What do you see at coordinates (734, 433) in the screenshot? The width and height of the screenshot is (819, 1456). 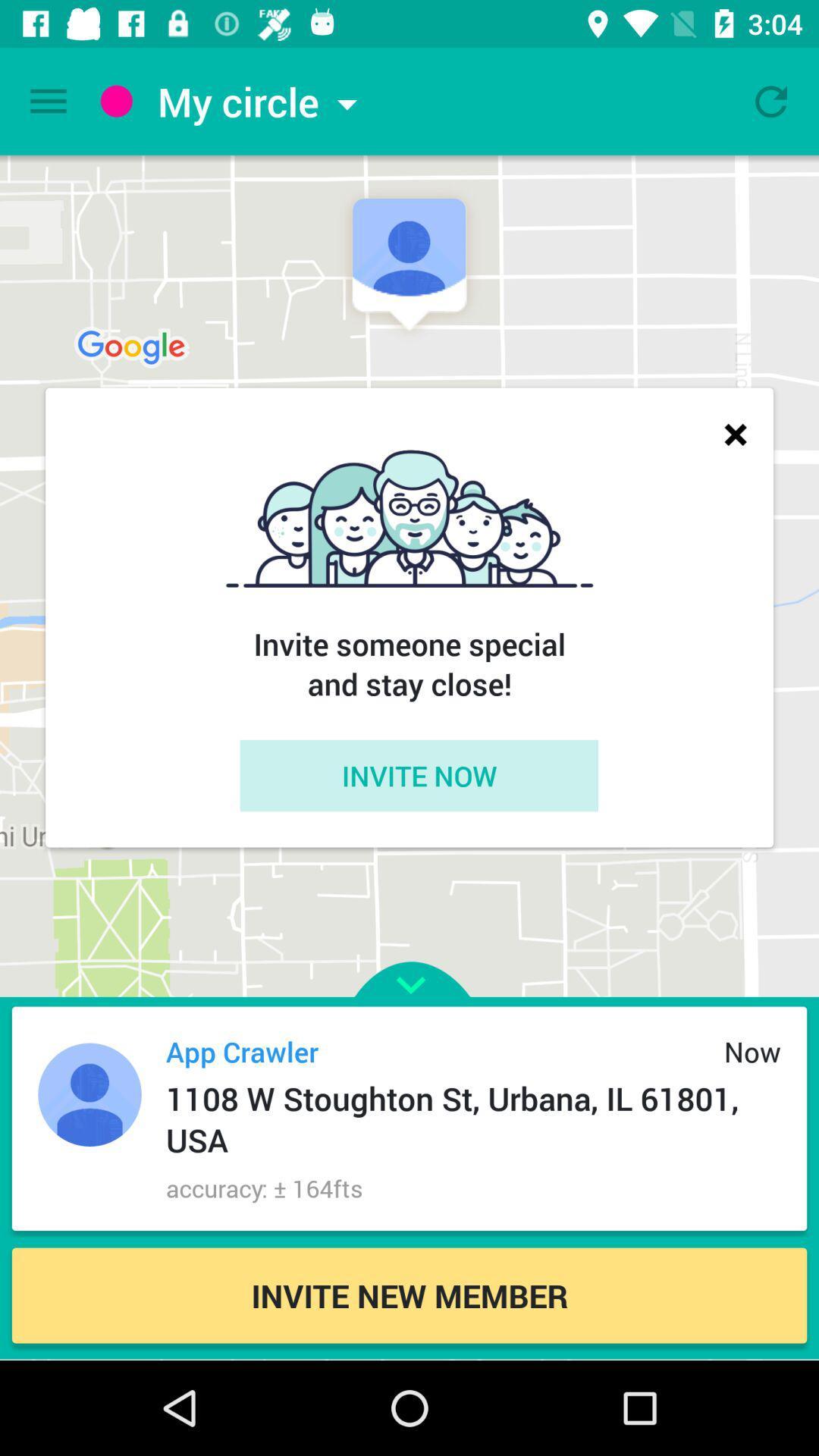 I see `close` at bounding box center [734, 433].